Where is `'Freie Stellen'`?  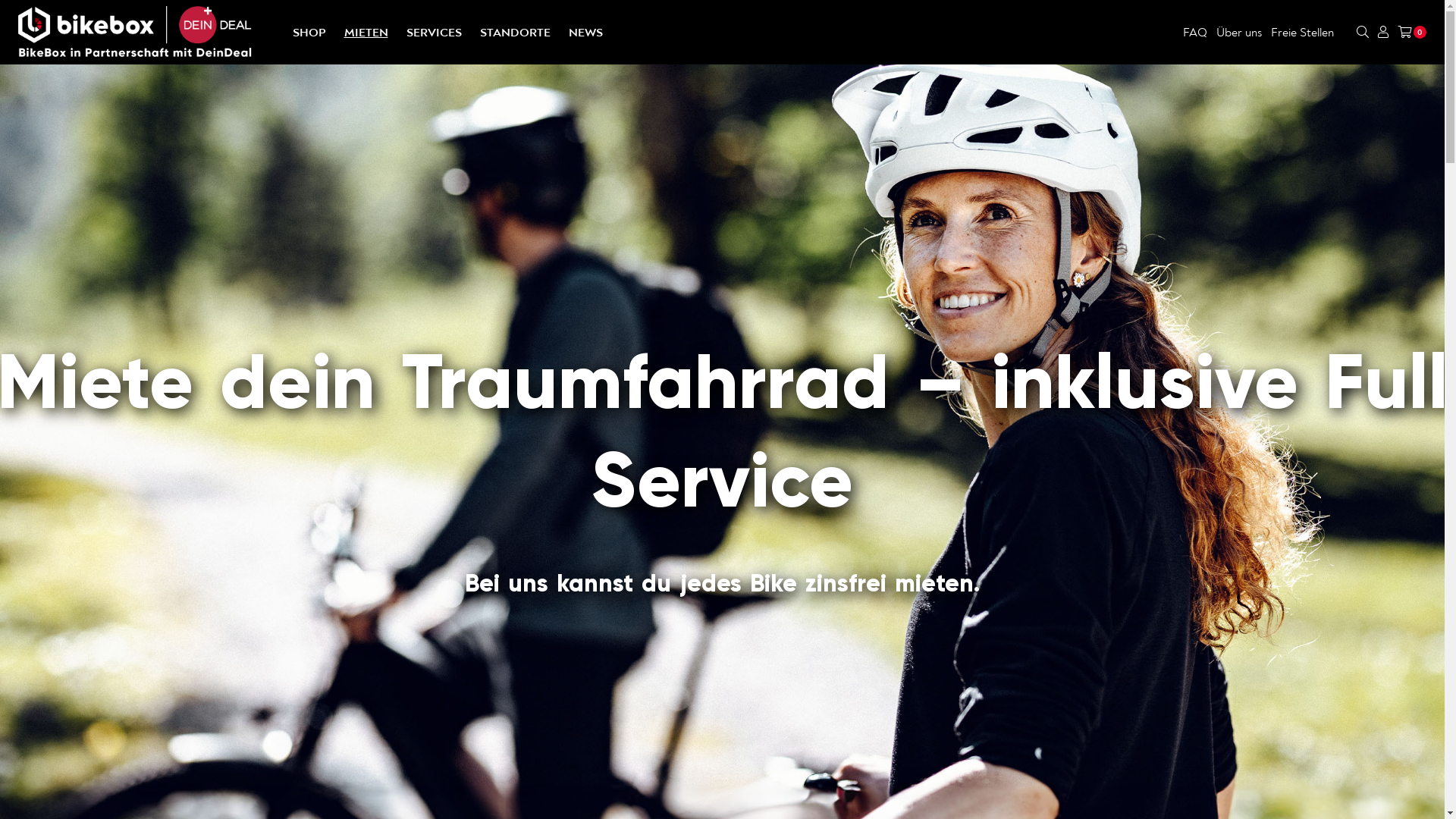 'Freie Stellen' is located at coordinates (1270, 32).